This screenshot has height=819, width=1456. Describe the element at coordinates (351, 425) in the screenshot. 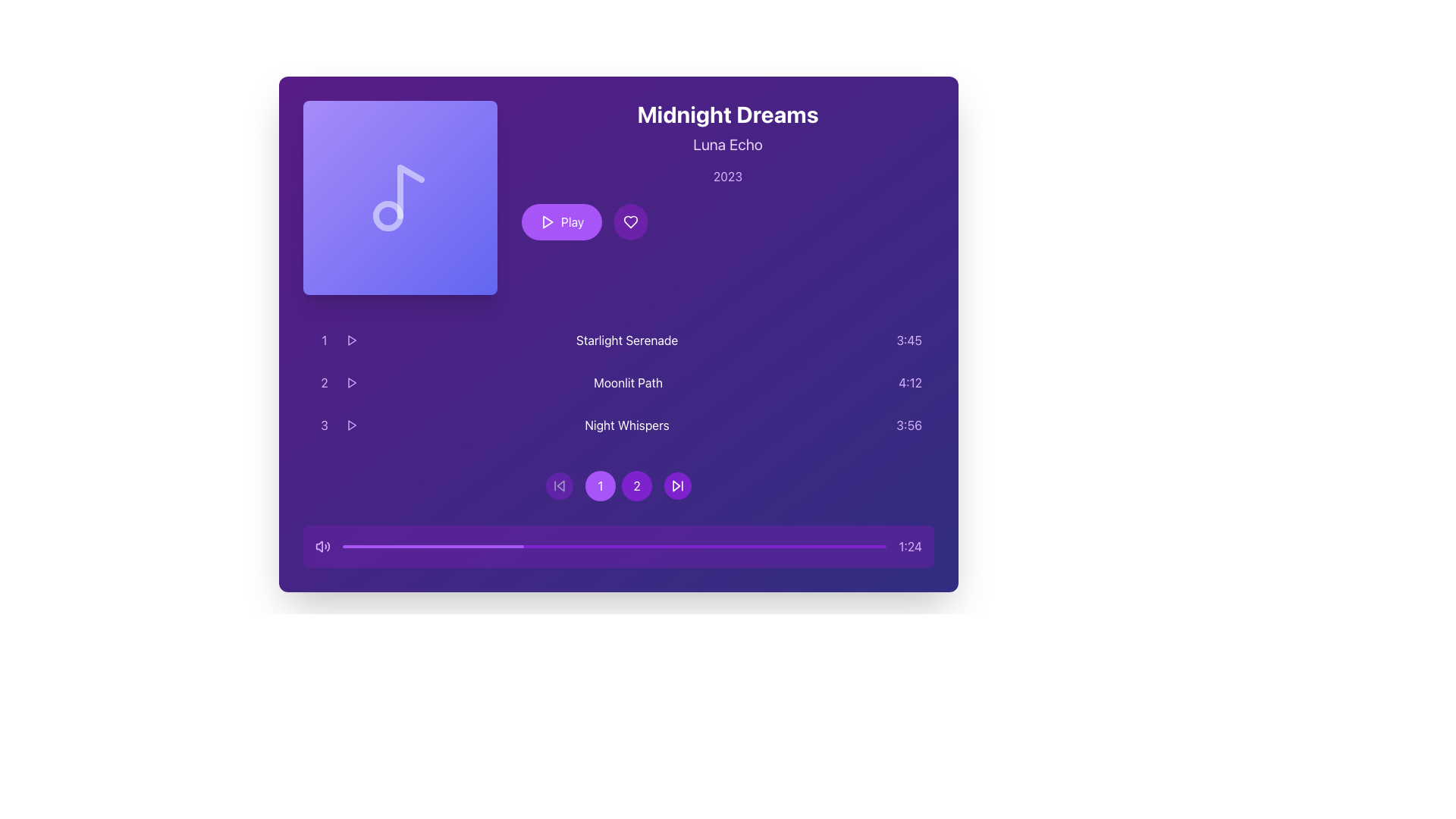

I see `the triangular play icon with a purple outline located next to the number '3' in the track list` at that location.